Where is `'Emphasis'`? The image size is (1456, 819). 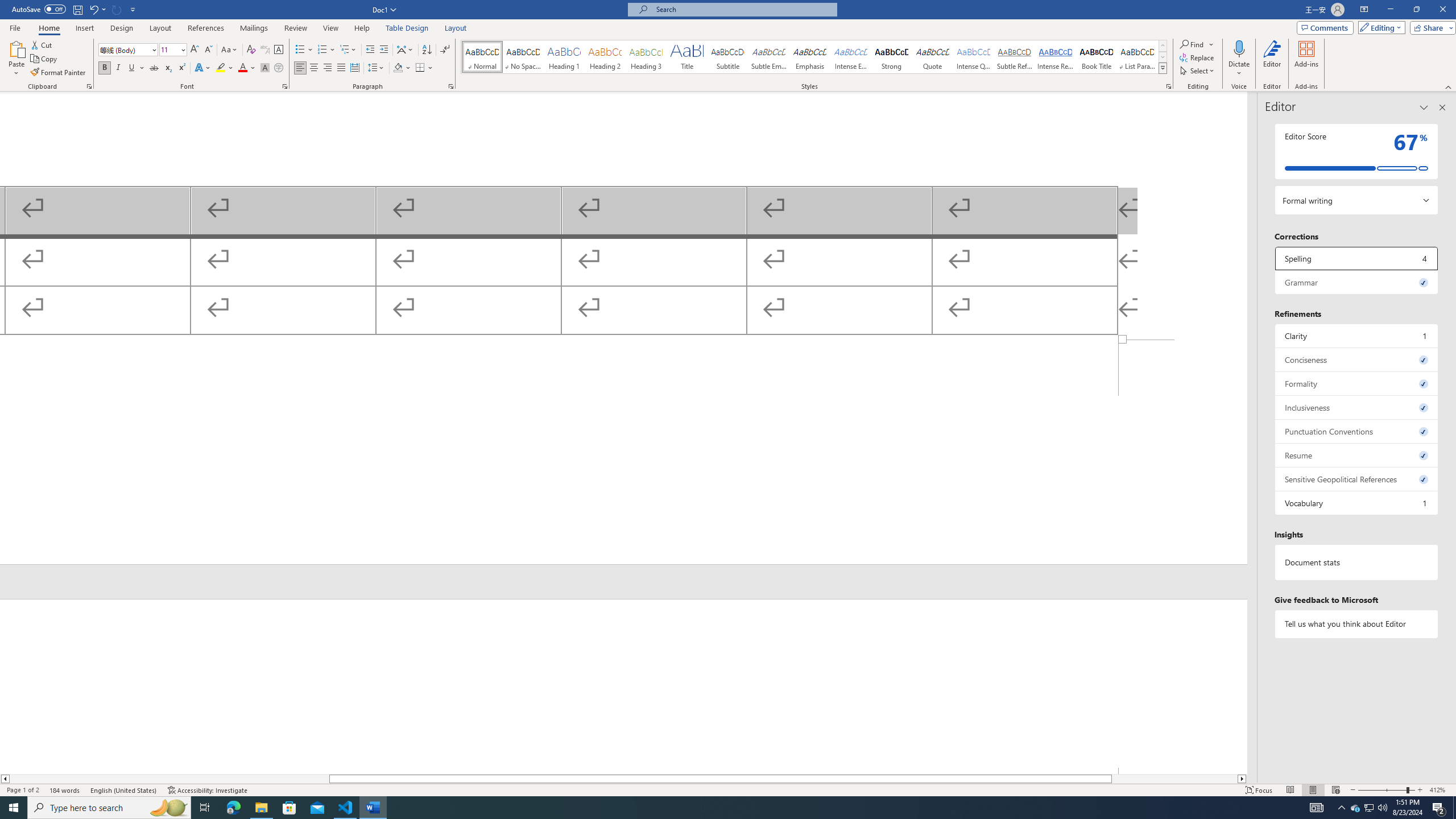
'Emphasis' is located at coordinates (809, 56).